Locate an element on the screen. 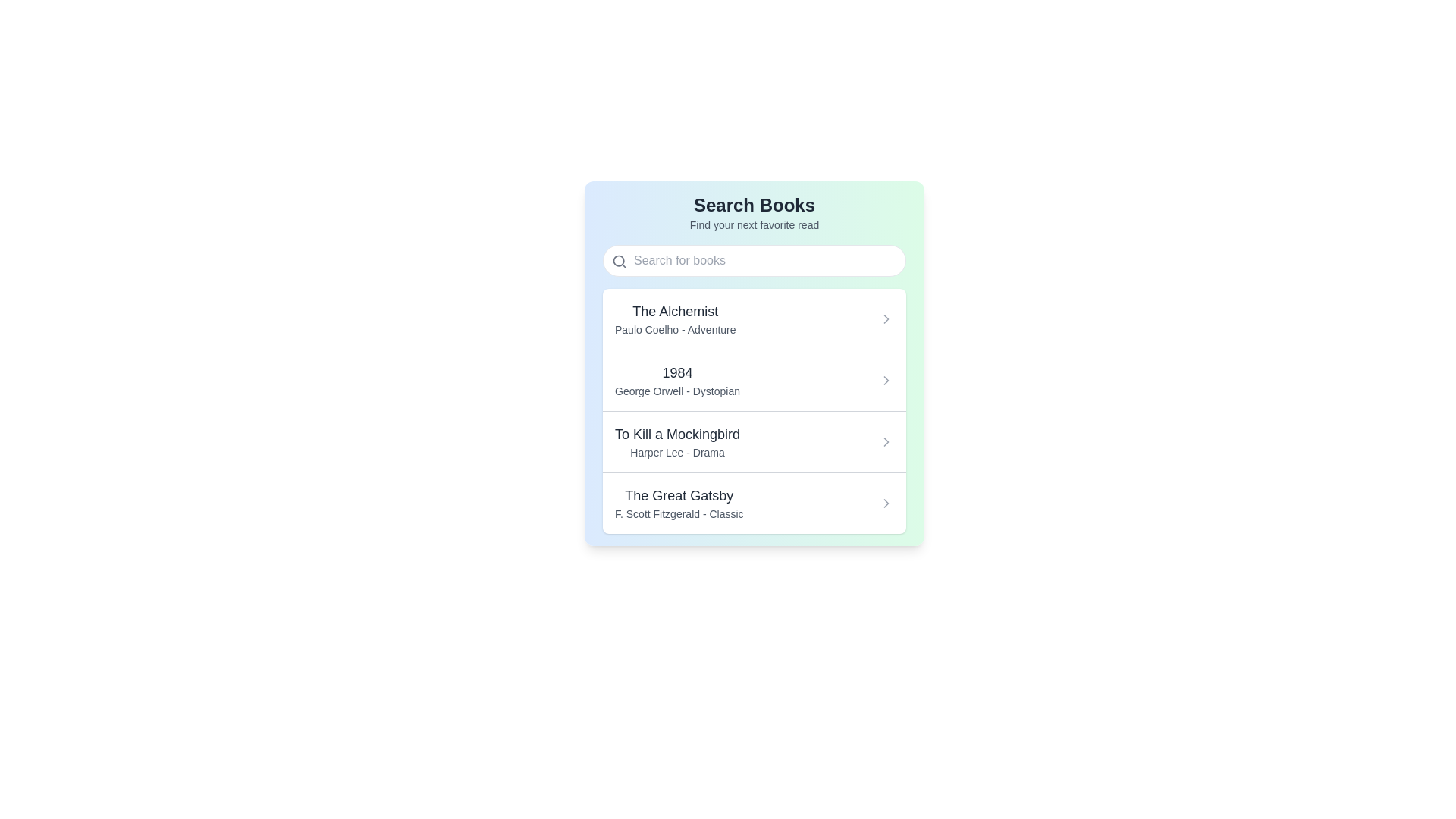 This screenshot has width=1456, height=819. the small, right-pointing chevron icon at the far-right end of 'The Alchemist' list item is located at coordinates (886, 318).